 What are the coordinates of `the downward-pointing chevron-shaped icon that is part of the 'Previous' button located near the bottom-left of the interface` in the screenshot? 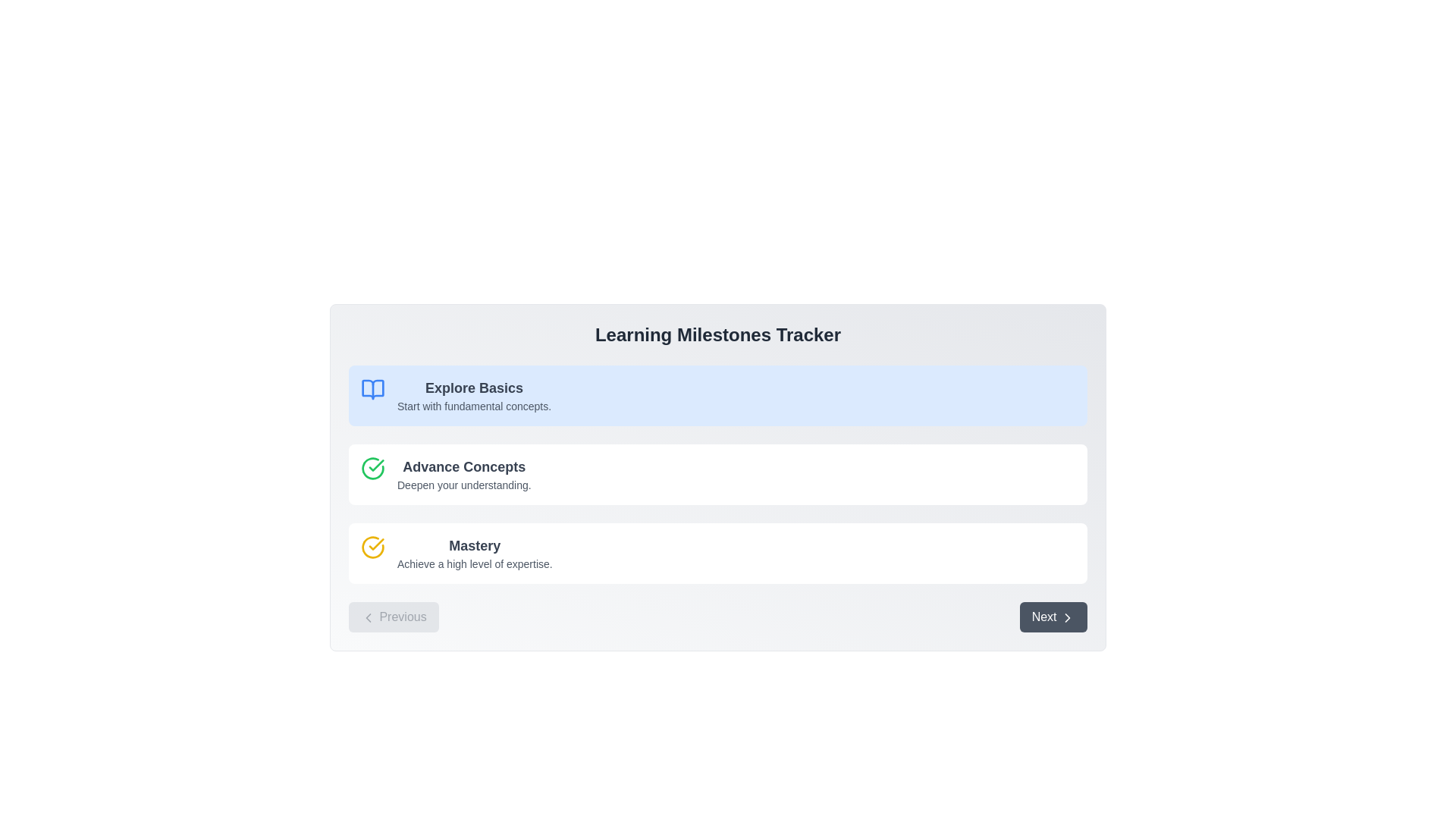 It's located at (368, 617).